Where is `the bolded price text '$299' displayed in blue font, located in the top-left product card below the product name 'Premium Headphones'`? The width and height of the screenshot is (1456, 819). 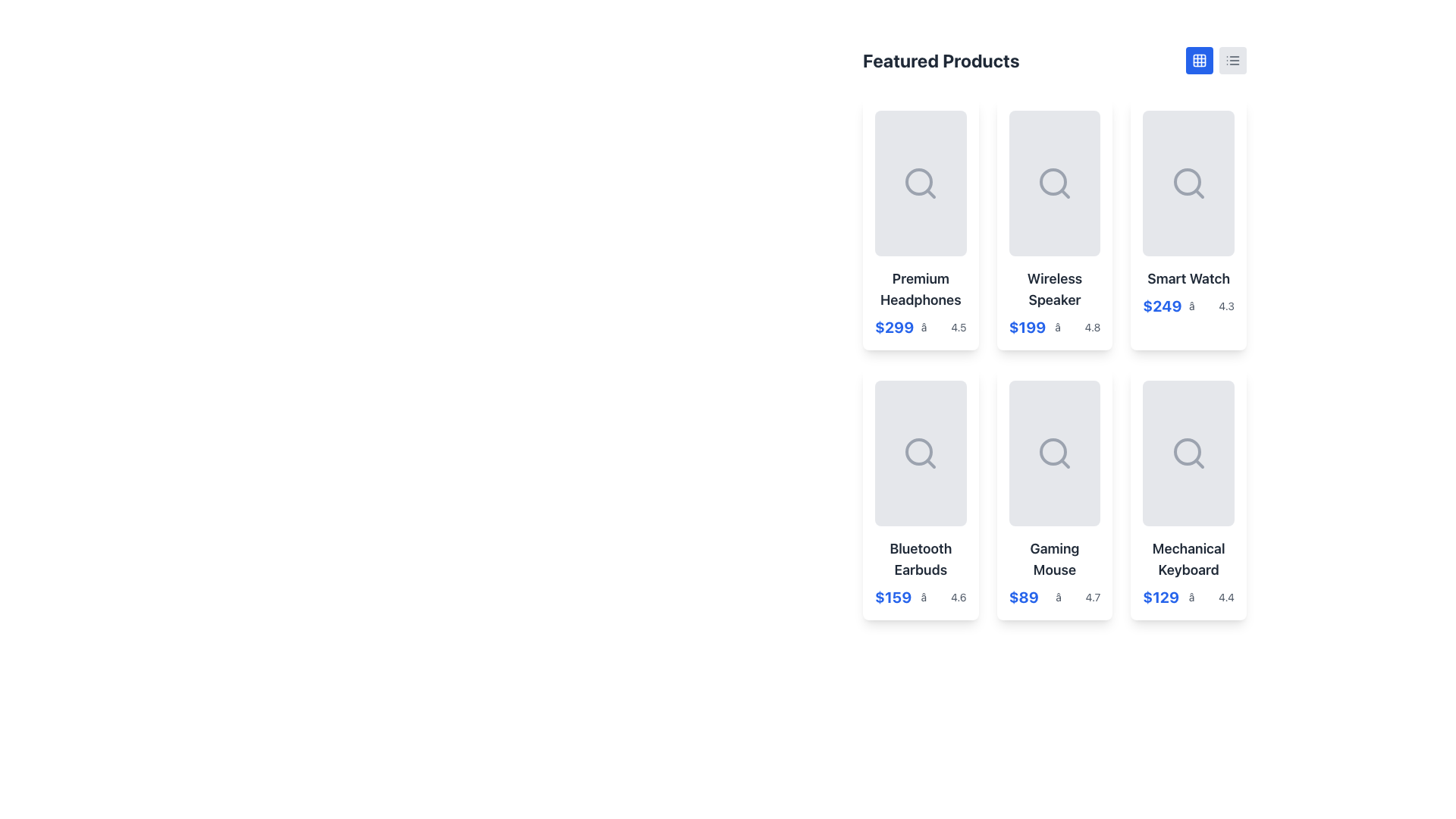
the bolded price text '$299' displayed in blue font, located in the top-left product card below the product name 'Premium Headphones' is located at coordinates (894, 327).